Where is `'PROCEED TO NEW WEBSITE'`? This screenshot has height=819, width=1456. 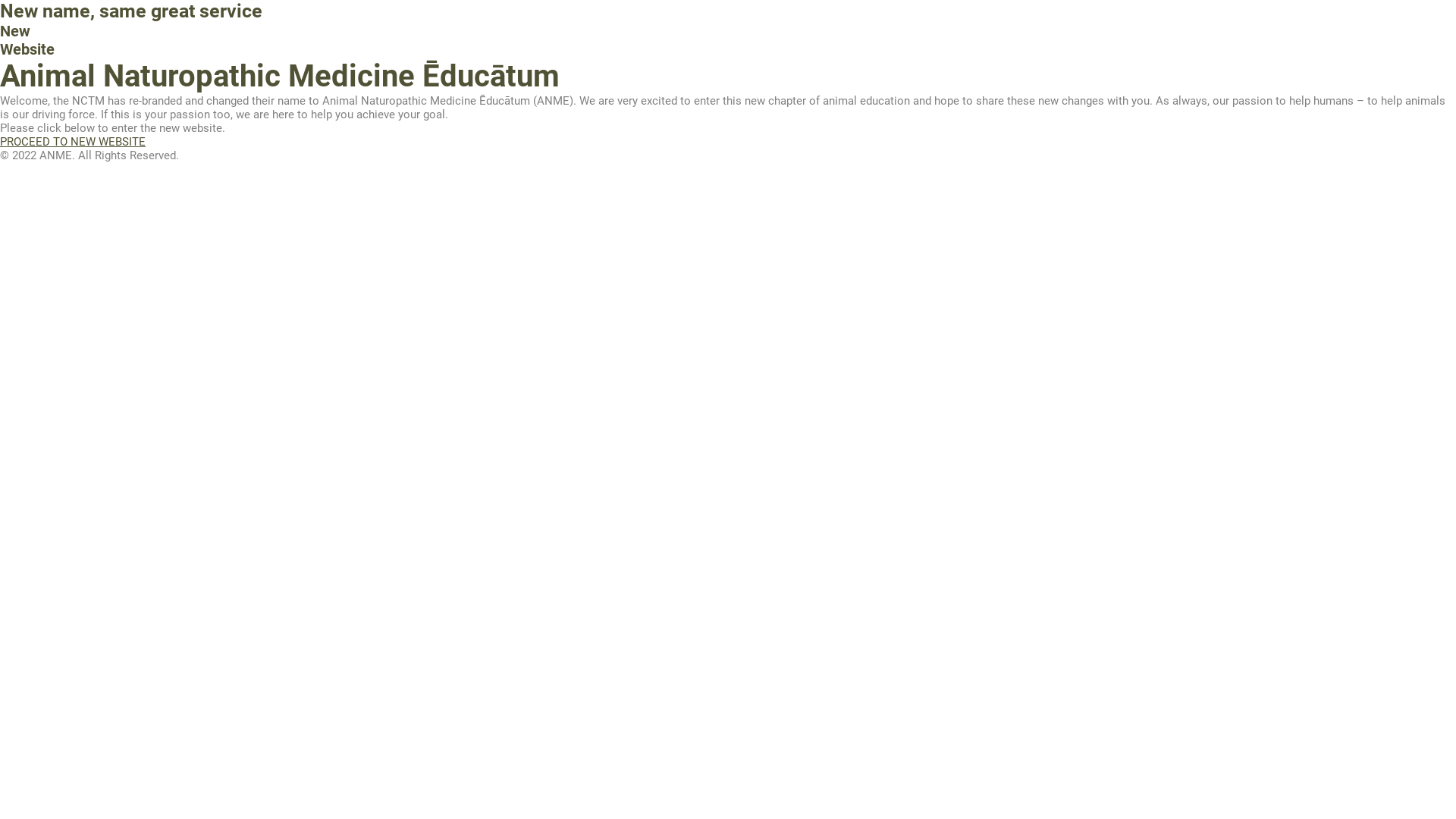
'PROCEED TO NEW WEBSITE' is located at coordinates (72, 141).